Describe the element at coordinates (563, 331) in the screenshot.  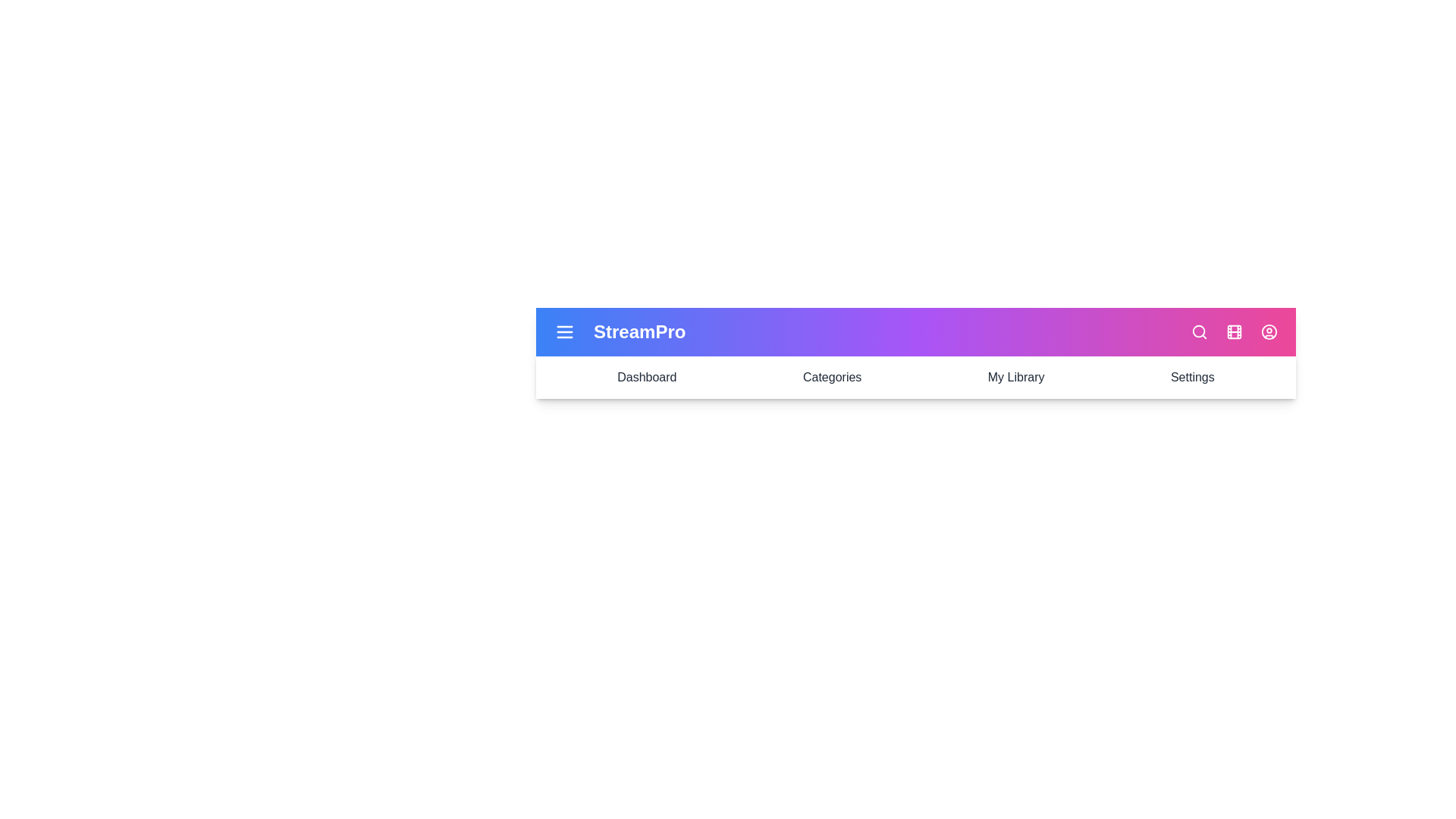
I see `the menu icon to toggle the menu visibility` at that location.